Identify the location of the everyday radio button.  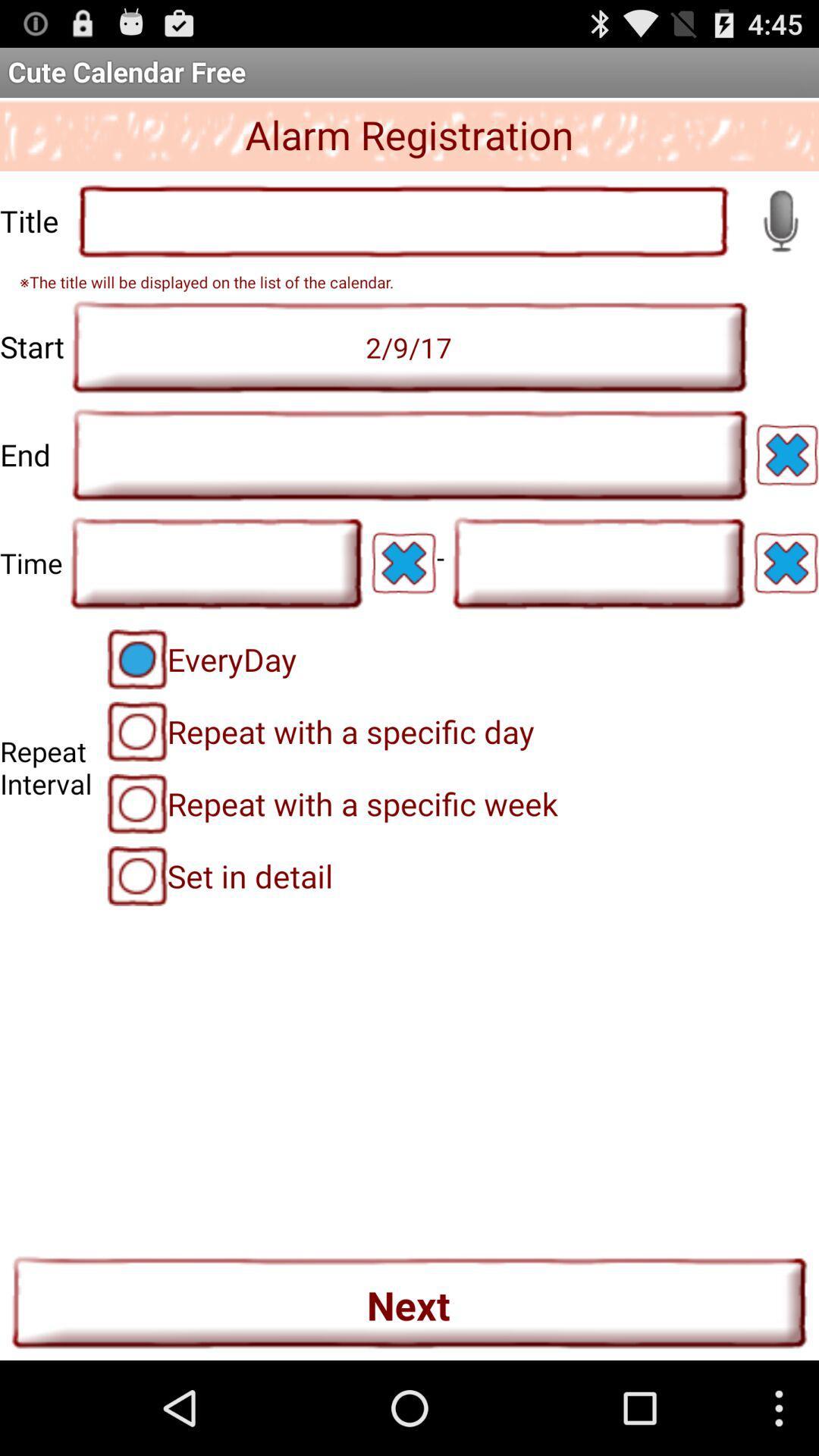
(201, 659).